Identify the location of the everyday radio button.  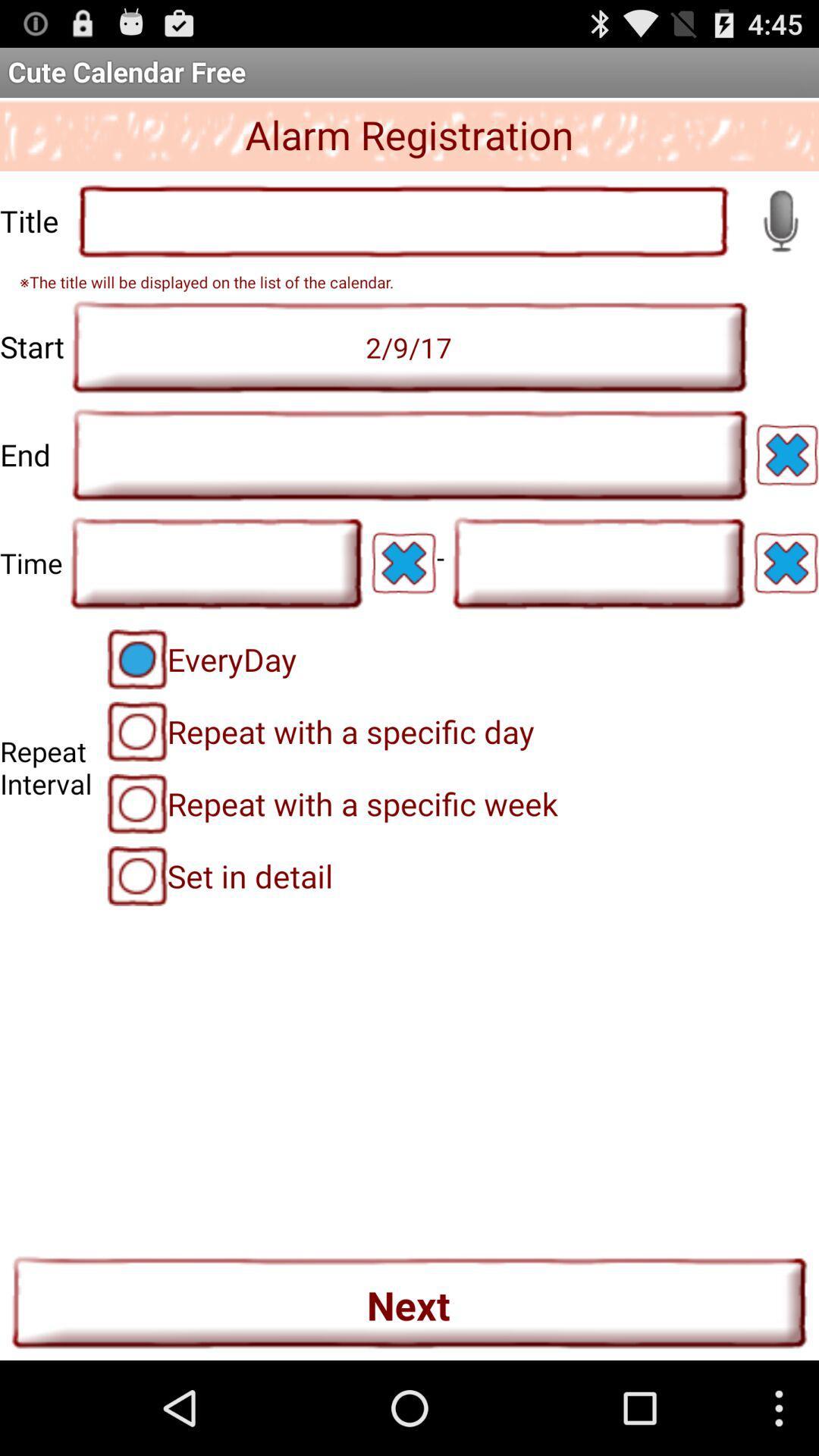
(201, 659).